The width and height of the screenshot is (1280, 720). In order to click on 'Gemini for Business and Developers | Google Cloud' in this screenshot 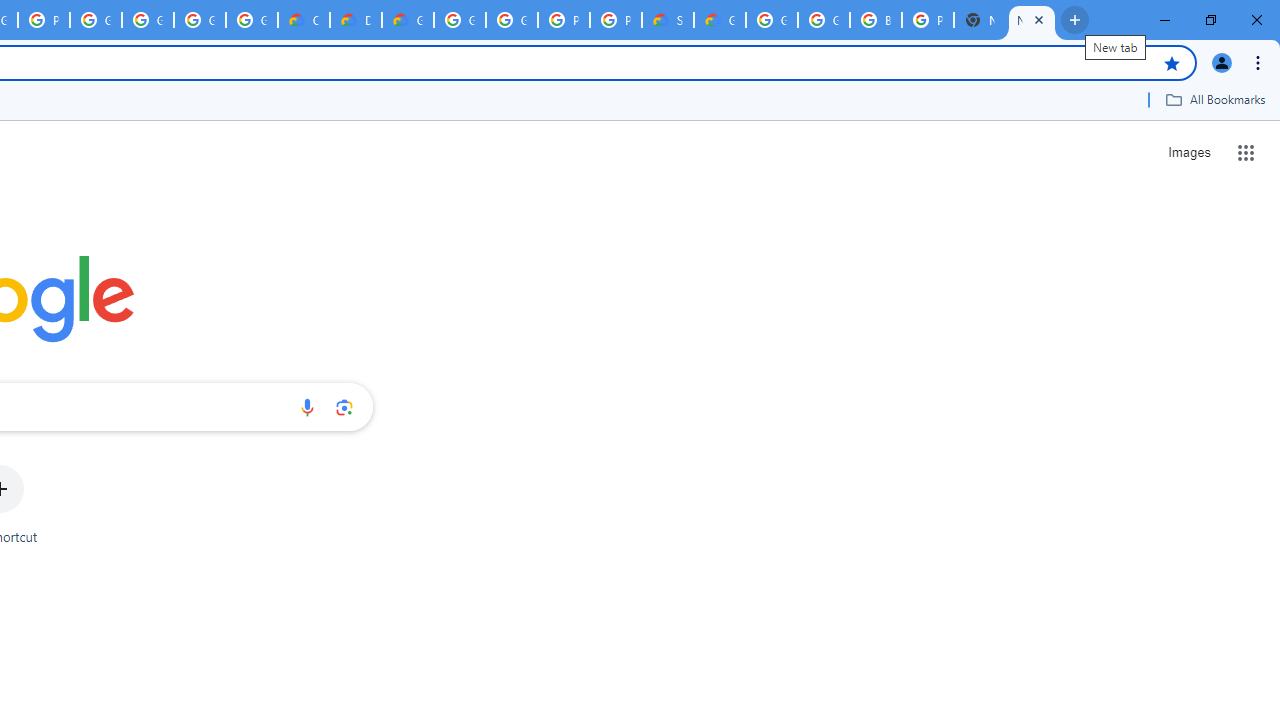, I will do `click(406, 20)`.